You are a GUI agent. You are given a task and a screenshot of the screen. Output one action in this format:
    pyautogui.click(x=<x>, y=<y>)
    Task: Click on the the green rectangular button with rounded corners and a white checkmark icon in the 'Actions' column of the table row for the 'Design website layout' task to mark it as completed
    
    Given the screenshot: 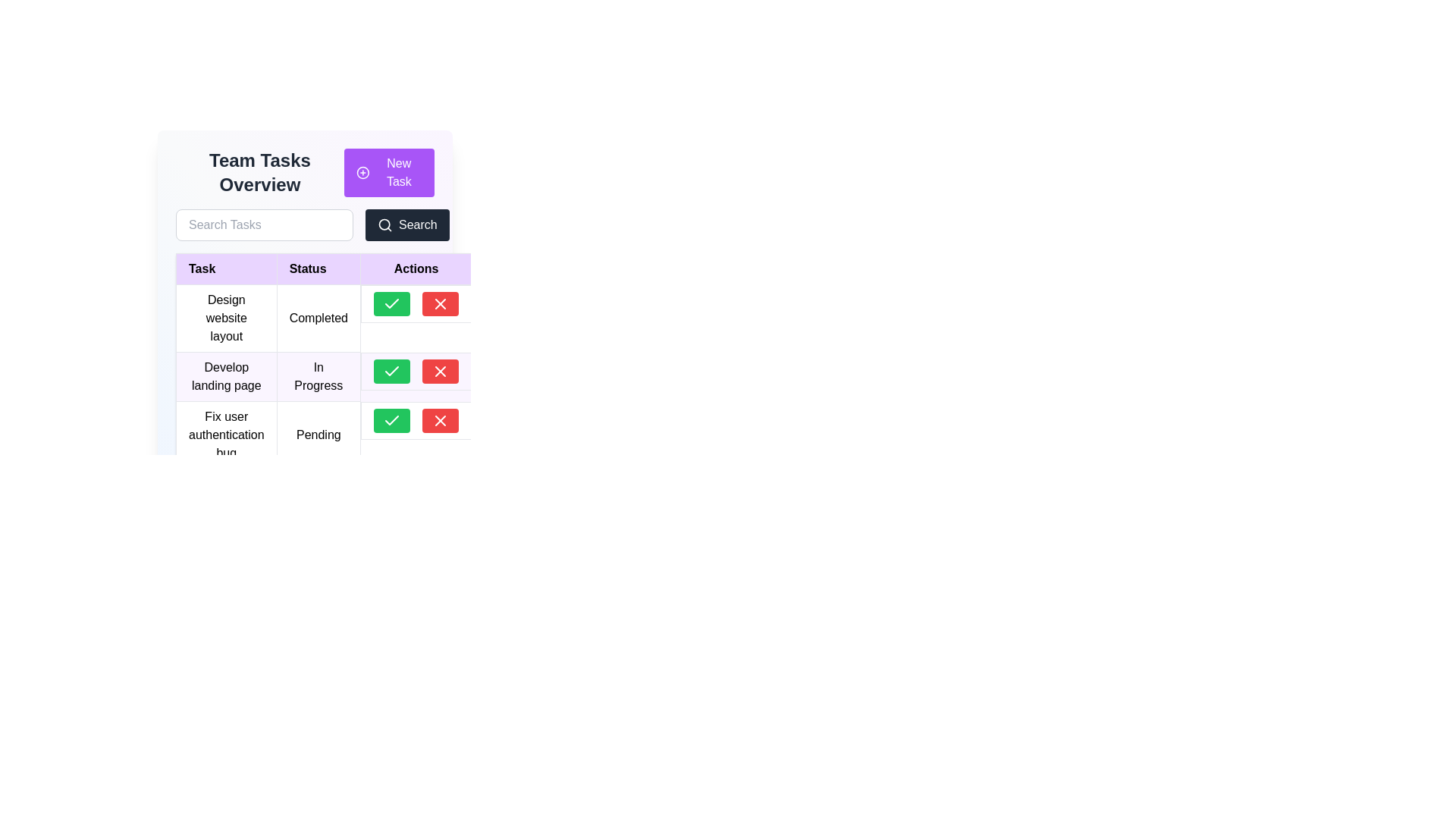 What is the action you would take?
    pyautogui.click(x=392, y=304)
    